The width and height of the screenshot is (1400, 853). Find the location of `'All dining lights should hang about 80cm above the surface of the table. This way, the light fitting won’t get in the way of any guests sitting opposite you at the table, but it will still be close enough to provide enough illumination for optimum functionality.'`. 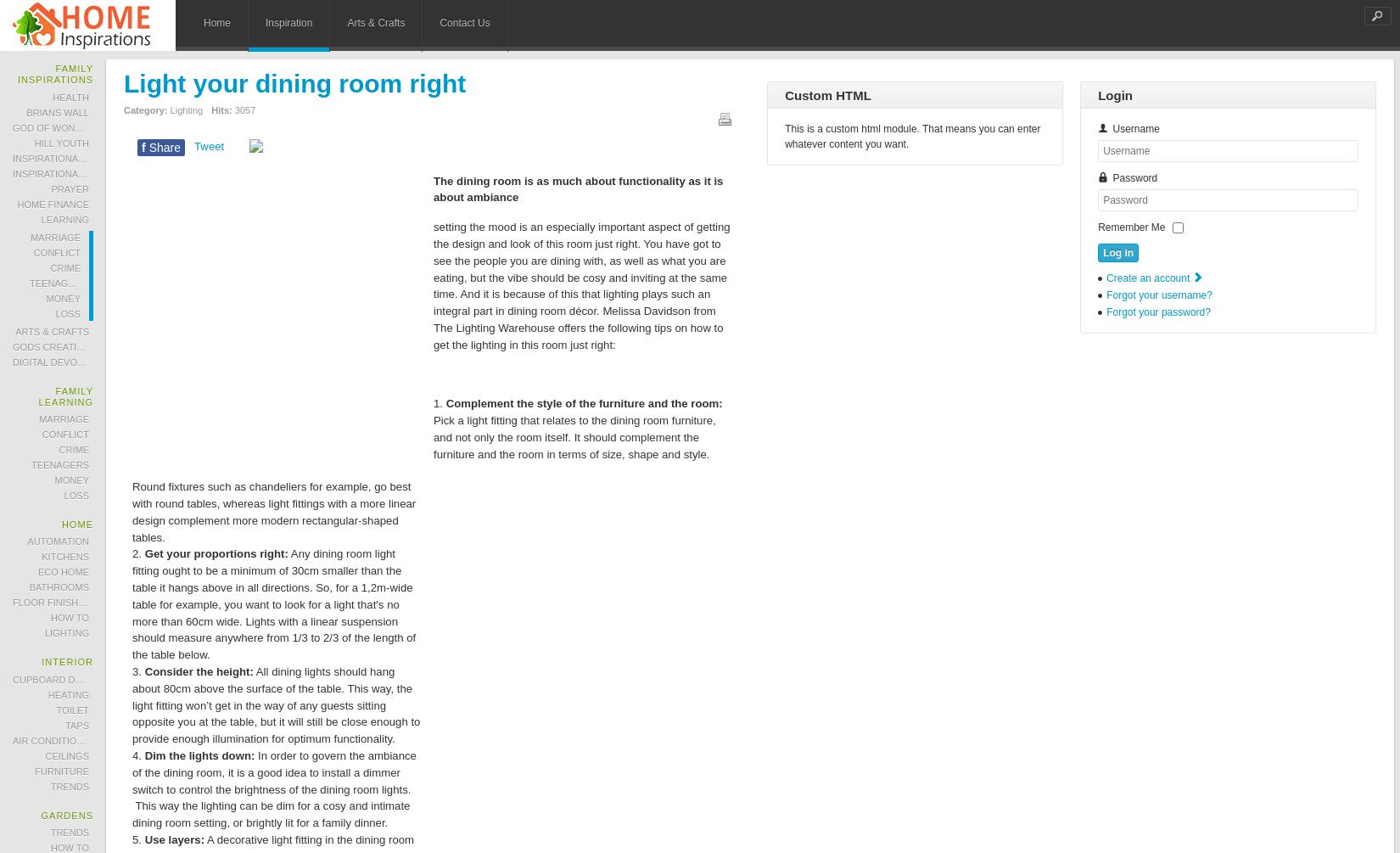

'All dining lights should hang about 80cm above the surface of the table. This way, the light fitting won’t get in the way of any guests sitting opposite you at the table, but it will still be close enough to provide enough illumination for optimum functionality.' is located at coordinates (132, 705).